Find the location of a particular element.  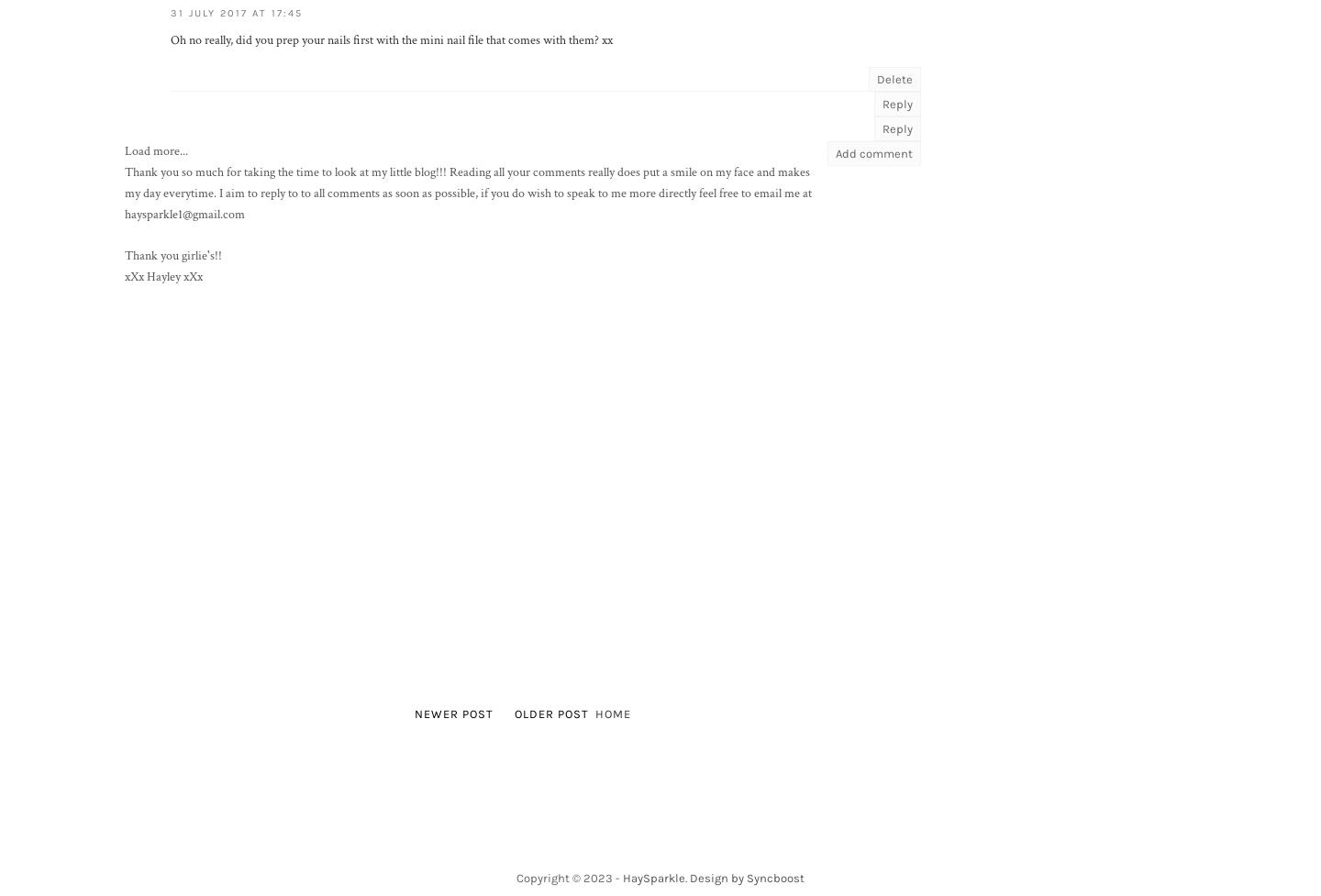

'Design by Syncboost' is located at coordinates (747, 876).